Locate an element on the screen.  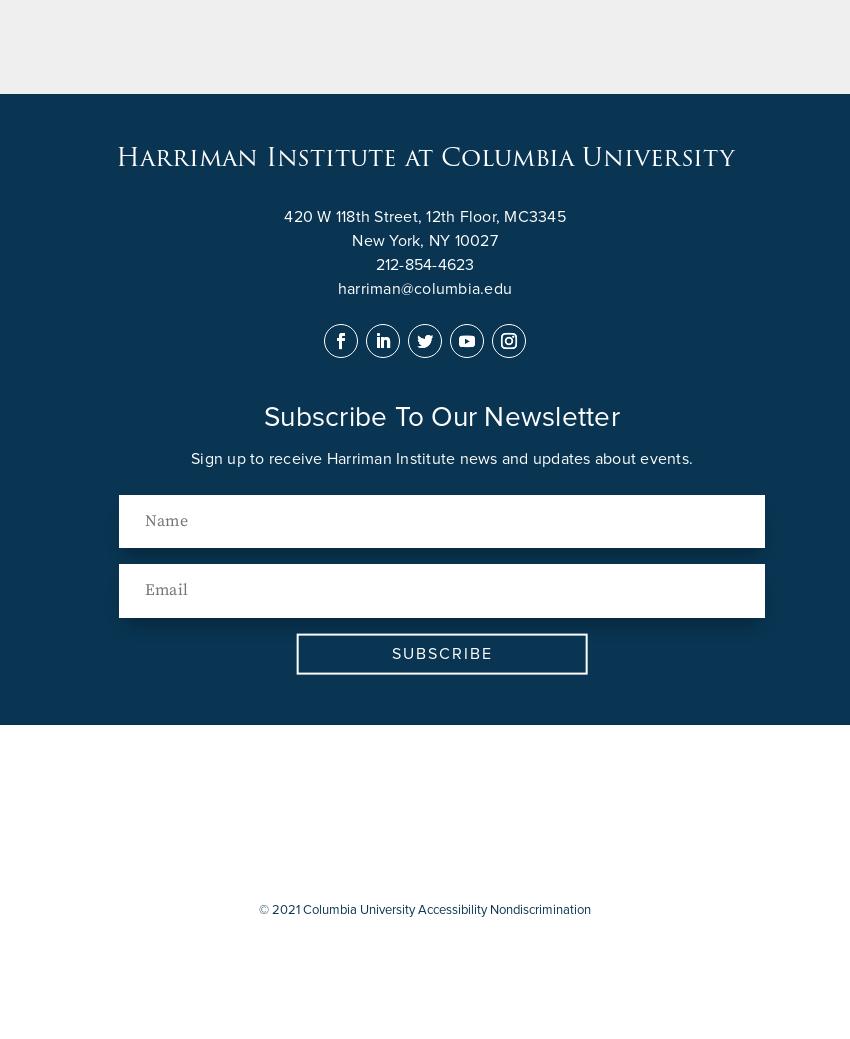
'Accessibility' is located at coordinates (451, 909).